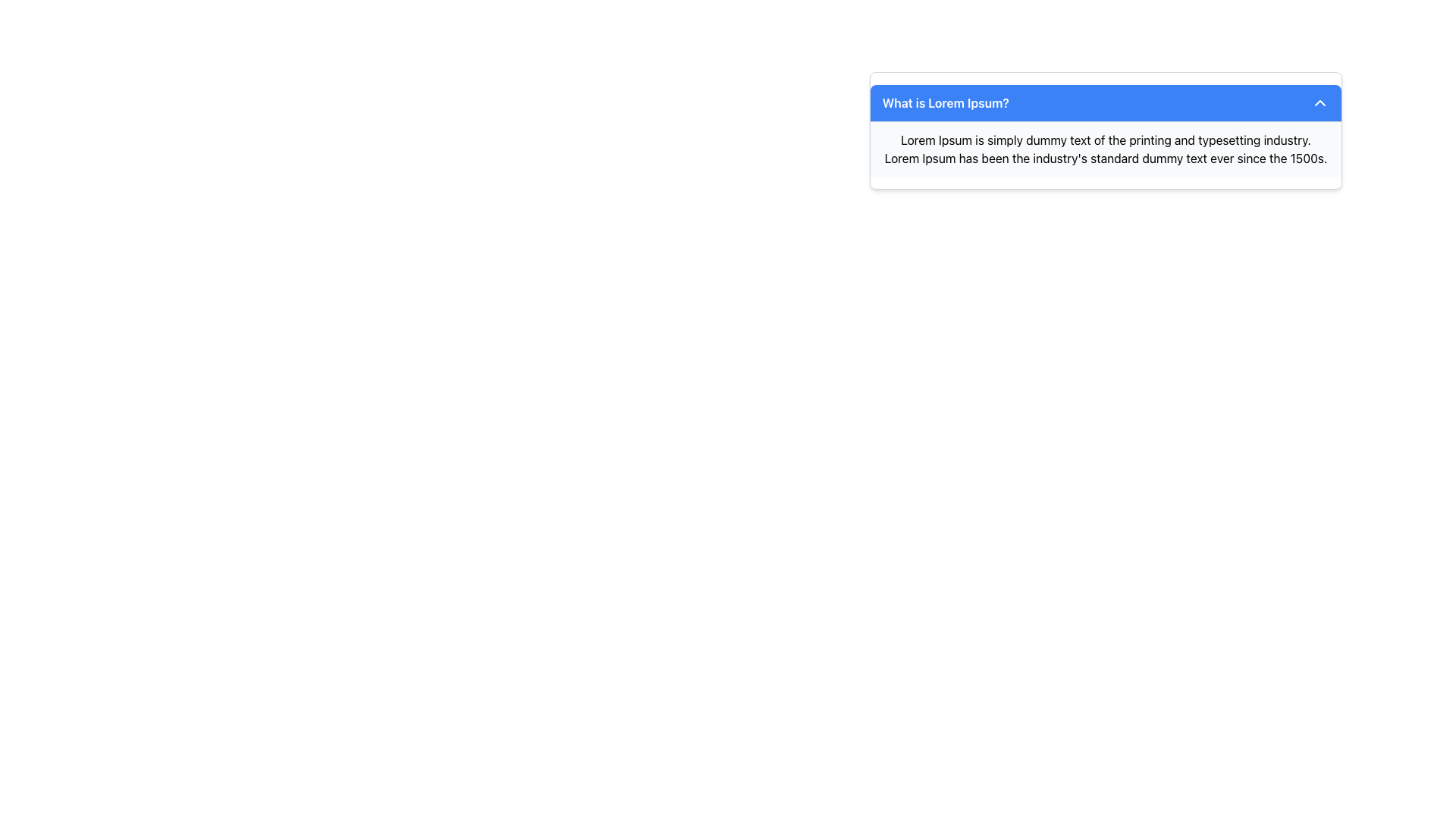  I want to click on the descriptive text block located immediately below the blue header titled 'What is Lorem Ipsum?', so click(1106, 149).